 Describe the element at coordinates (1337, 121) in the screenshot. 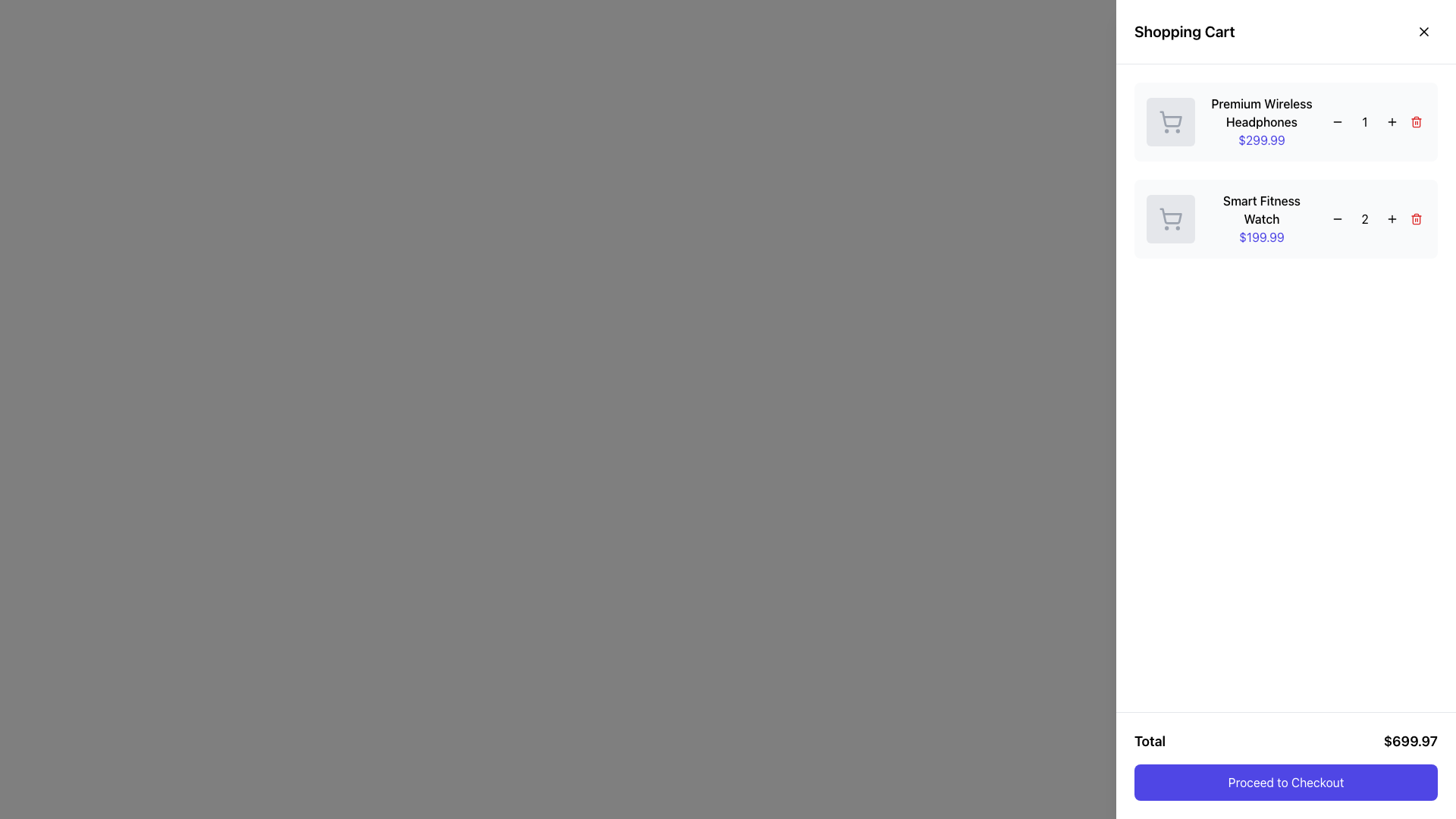

I see `the decrement icon button located to the right of 'Premium Wireless Headphones' to reduce the quantity of the item in the shopping cart` at that location.